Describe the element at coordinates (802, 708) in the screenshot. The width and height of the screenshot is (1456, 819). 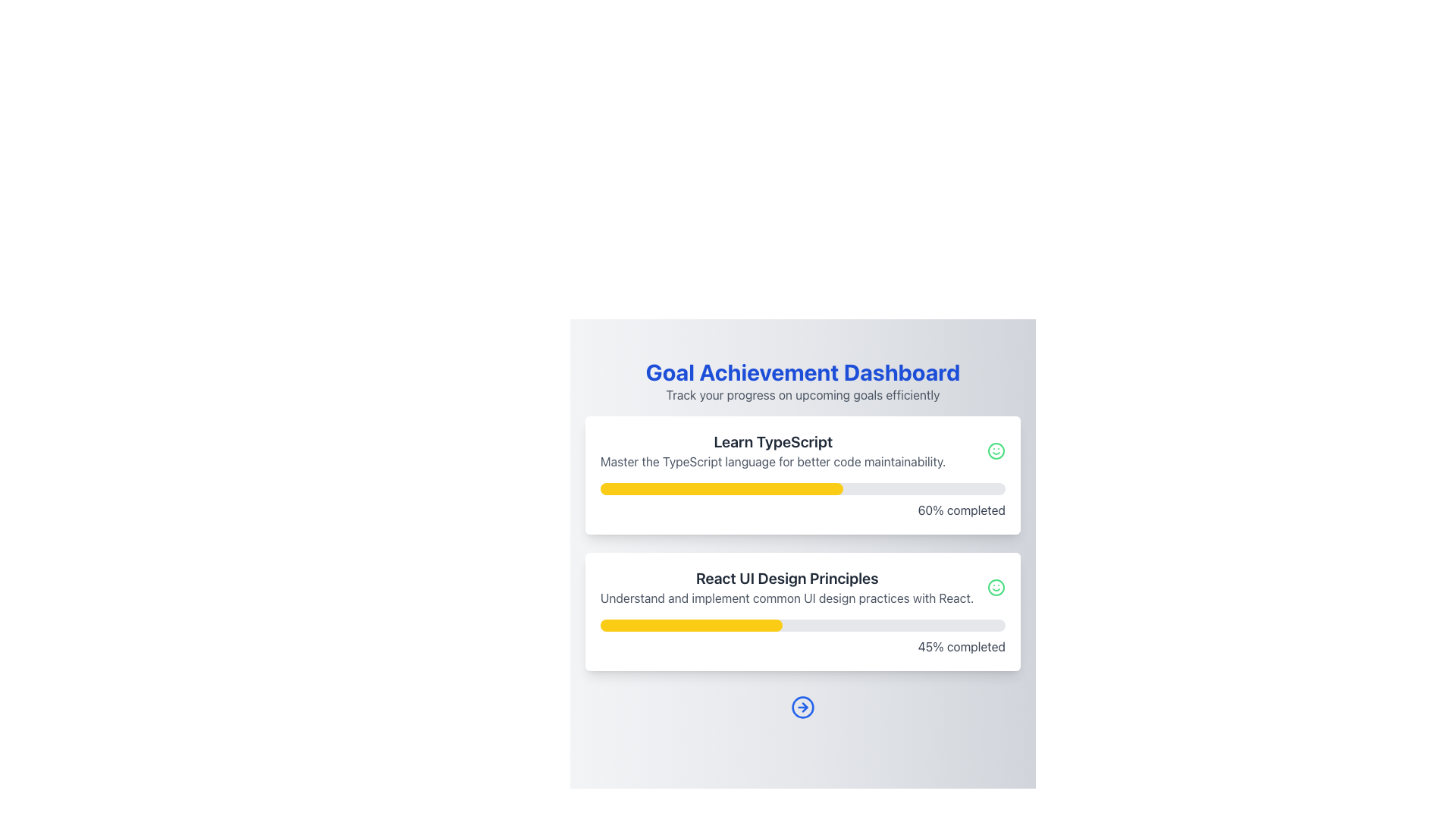
I see `the navigational button located at the bottom center of the interface to proceed to the next section` at that location.